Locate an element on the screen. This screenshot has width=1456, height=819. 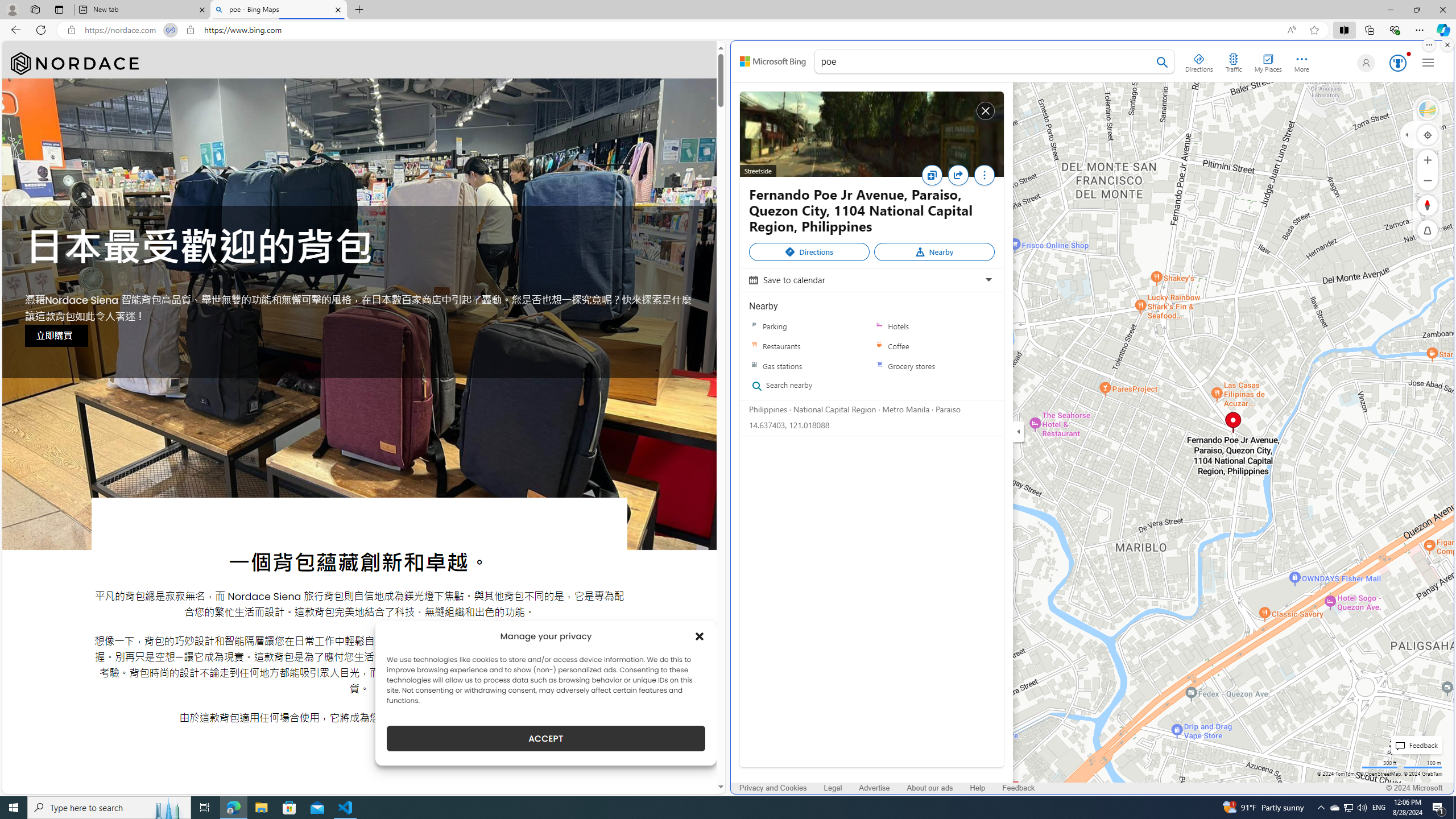
'My Places' is located at coordinates (1268, 61).